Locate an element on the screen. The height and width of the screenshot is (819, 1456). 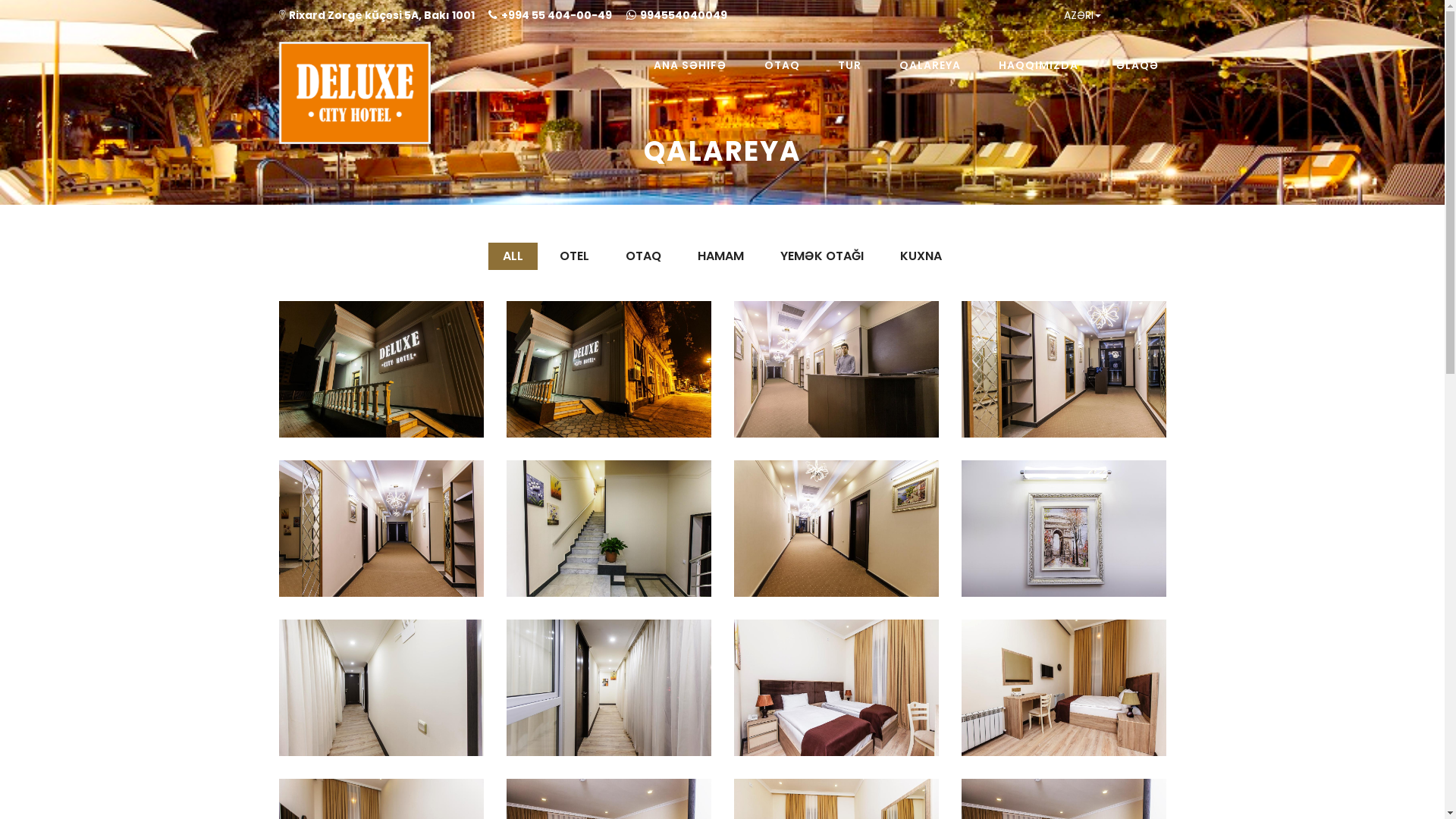
'Otel' is located at coordinates (608, 687).